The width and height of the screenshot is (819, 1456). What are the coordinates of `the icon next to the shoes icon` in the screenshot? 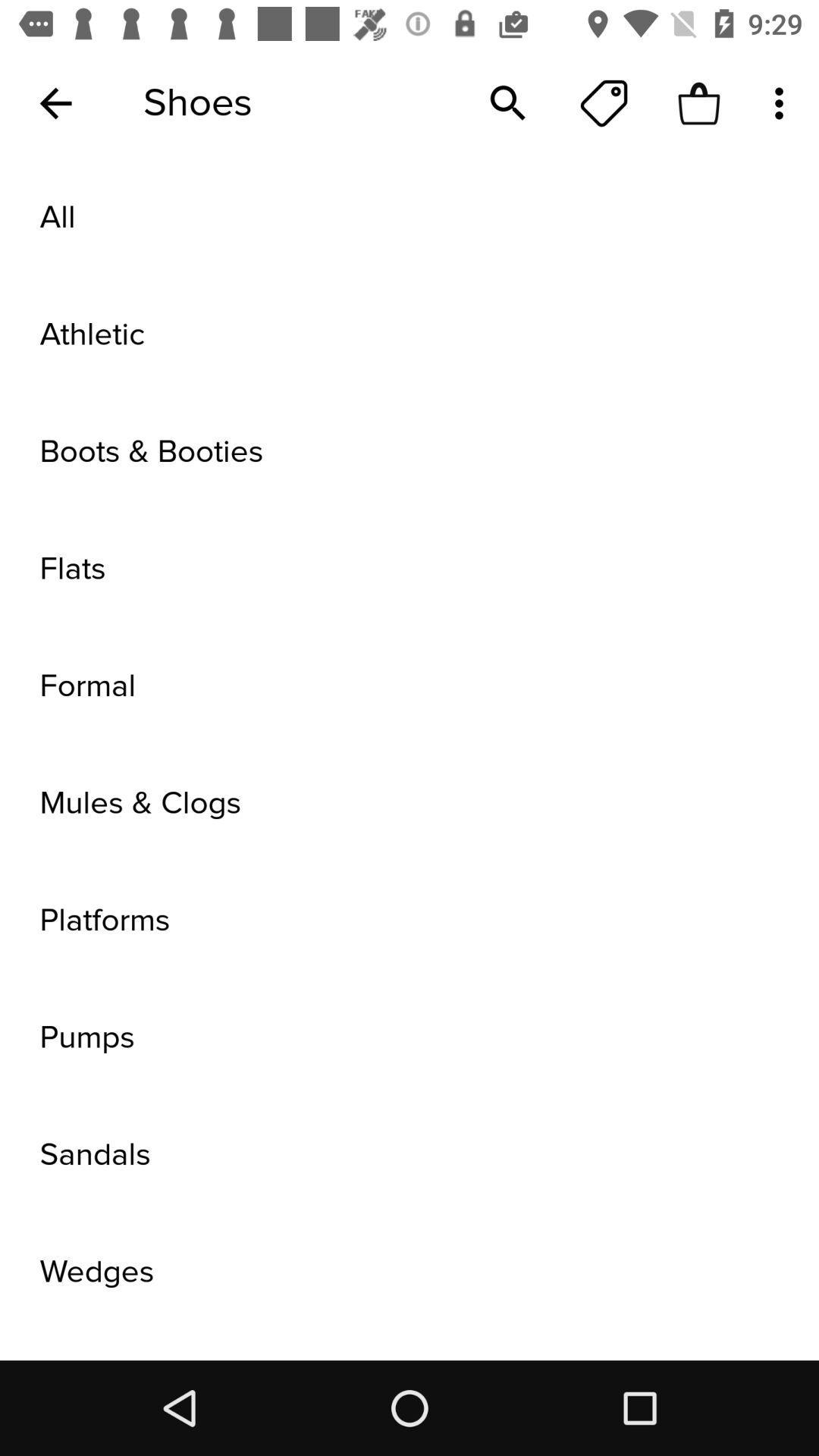 It's located at (55, 102).